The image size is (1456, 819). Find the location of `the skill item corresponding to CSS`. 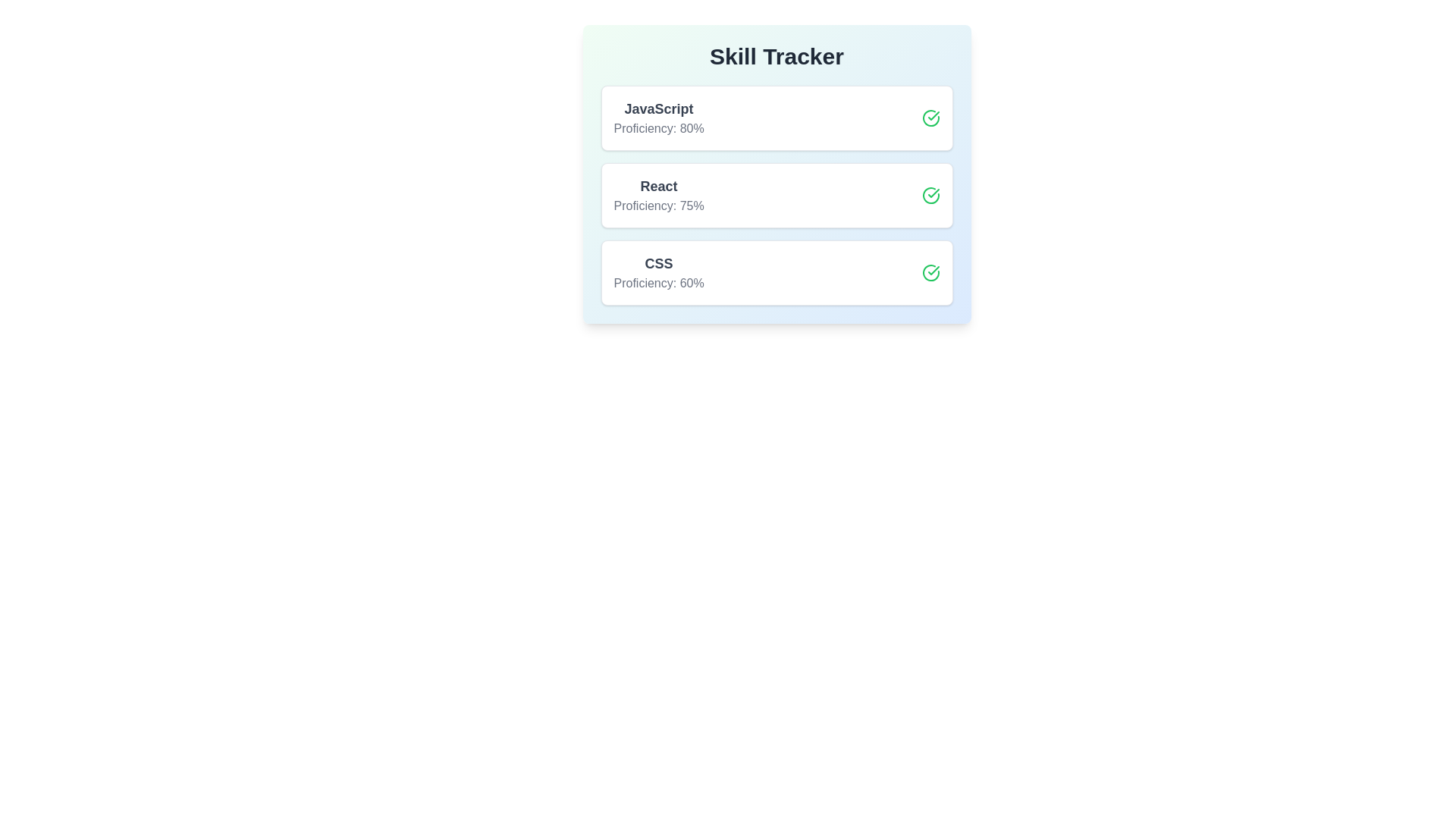

the skill item corresponding to CSS is located at coordinates (777, 271).